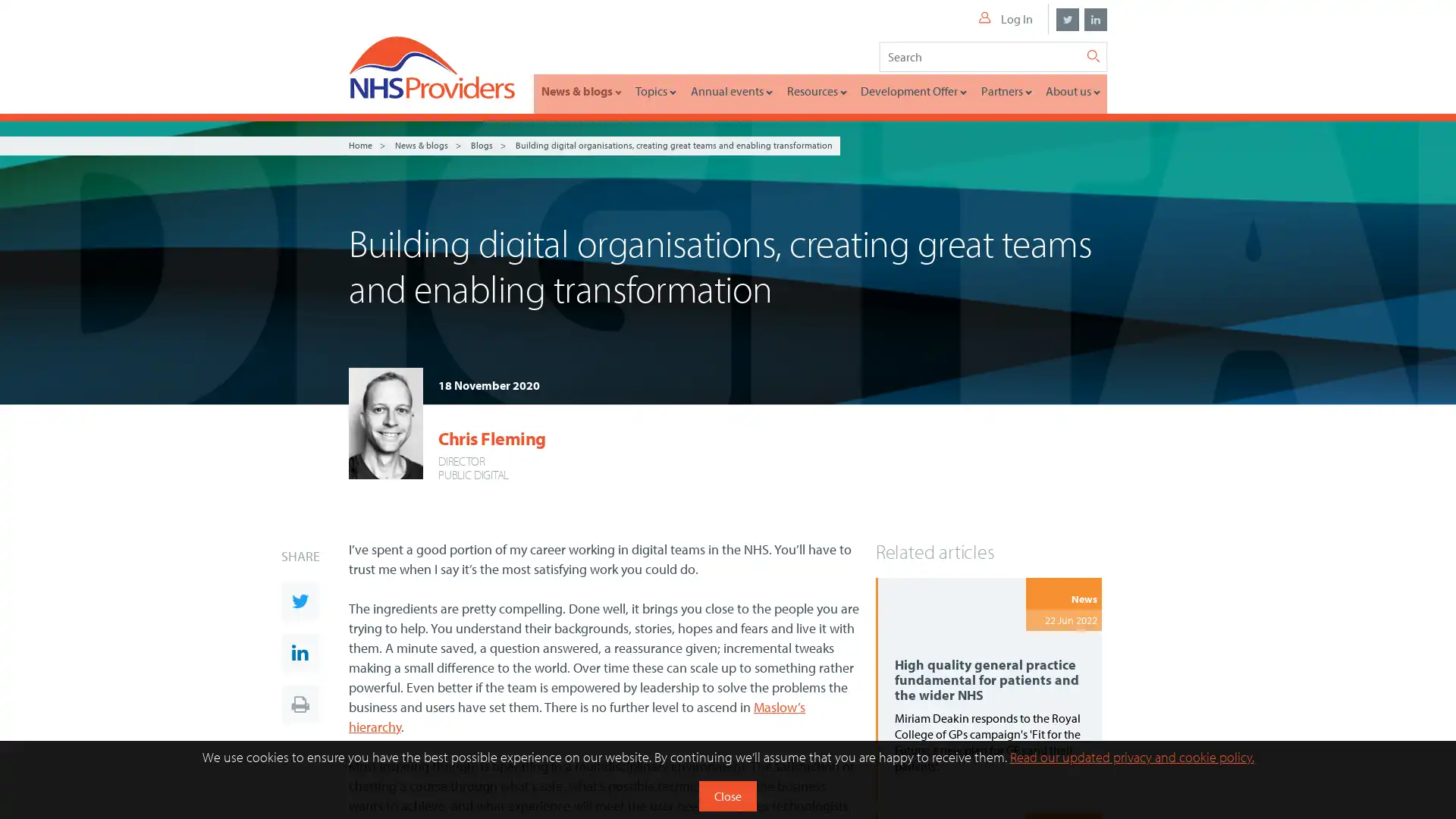 The image size is (1456, 819). What do you see at coordinates (1095, 55) in the screenshot?
I see `Search` at bounding box center [1095, 55].